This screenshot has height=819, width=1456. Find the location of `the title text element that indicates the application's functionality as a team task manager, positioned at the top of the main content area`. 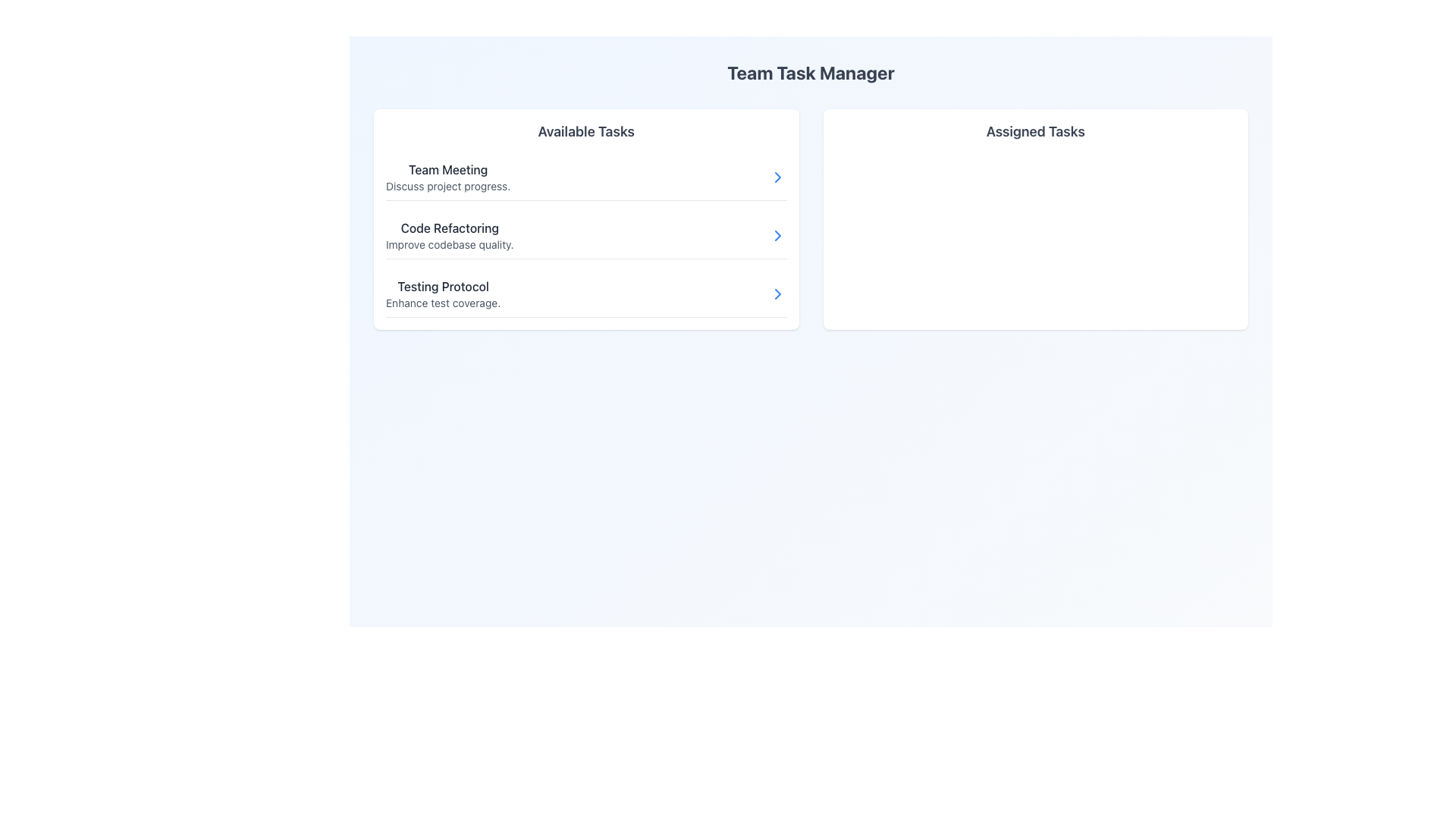

the title text element that indicates the application's functionality as a team task manager, positioned at the top of the main content area is located at coordinates (810, 73).